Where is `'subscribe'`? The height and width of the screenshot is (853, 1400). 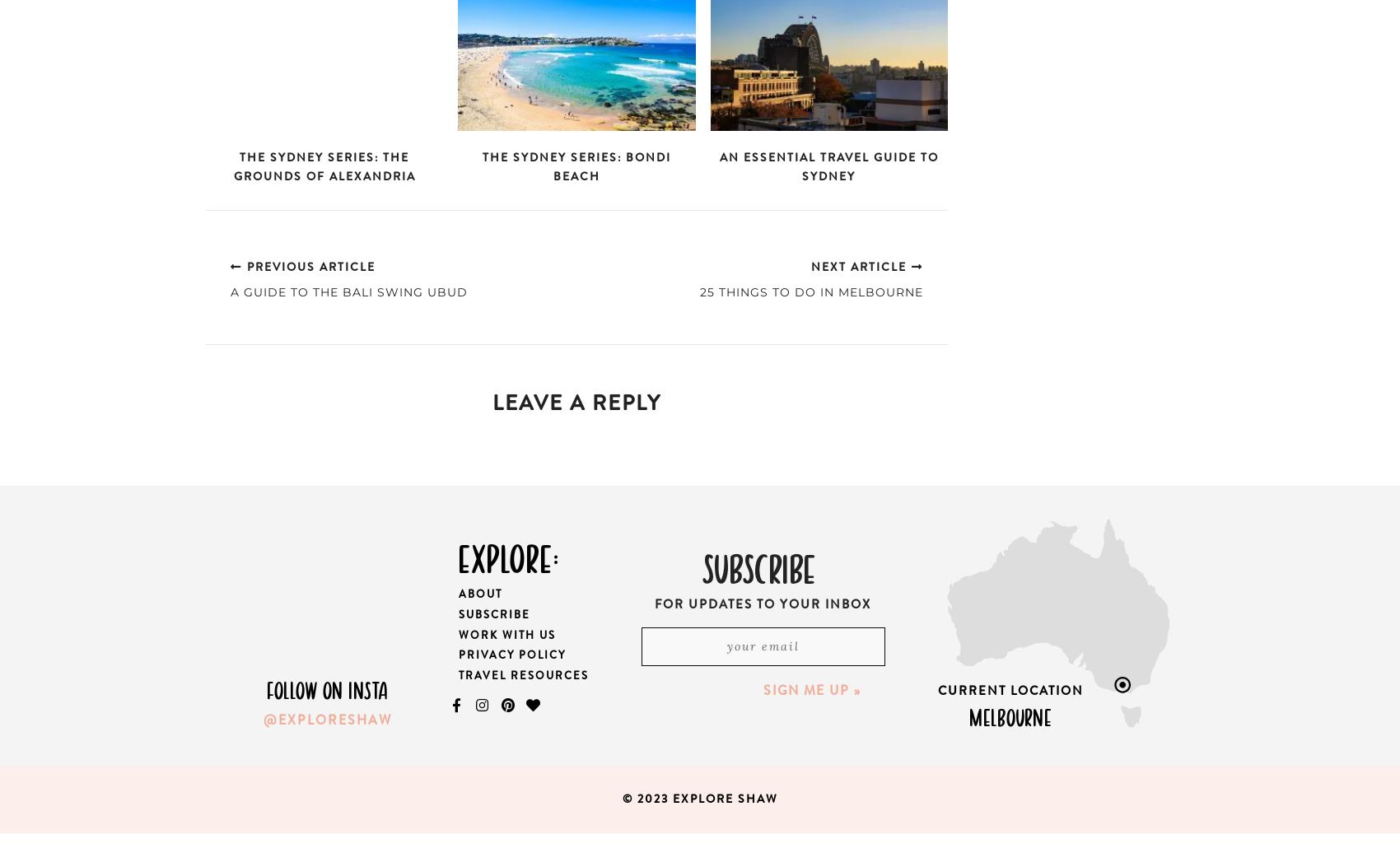
'subscribe' is located at coordinates (758, 565).